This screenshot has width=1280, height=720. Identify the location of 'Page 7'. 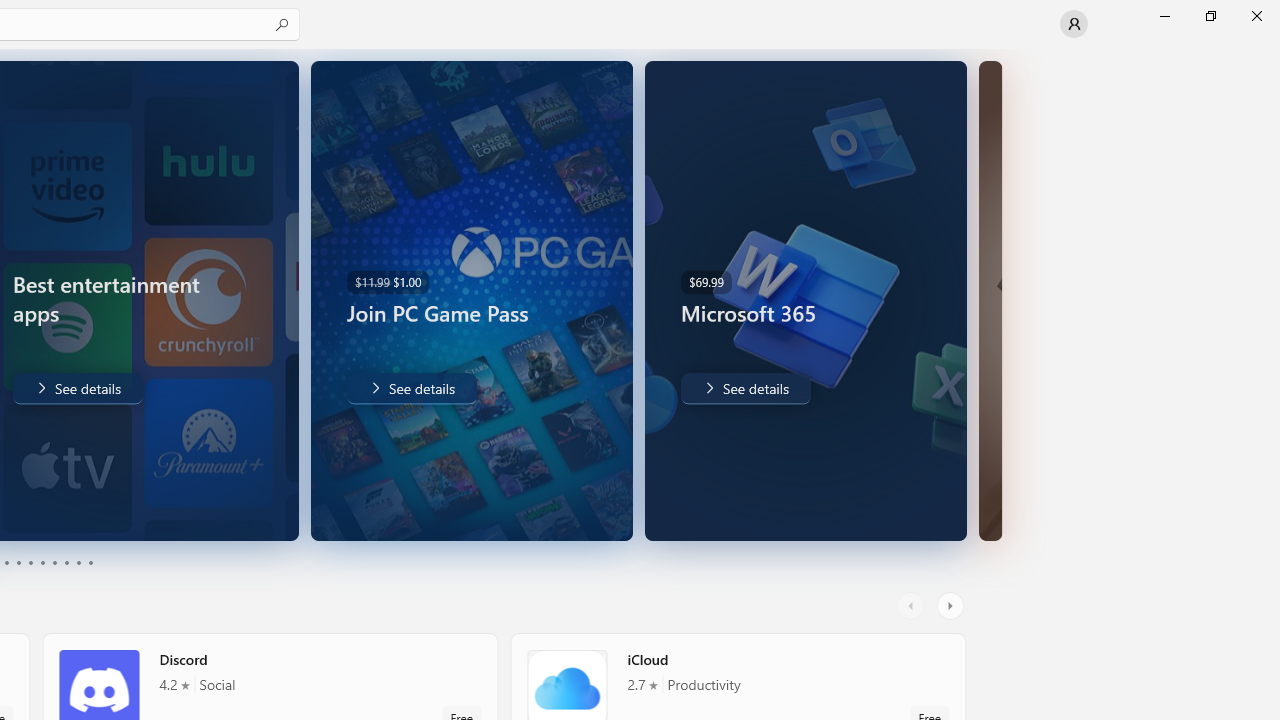
(54, 563).